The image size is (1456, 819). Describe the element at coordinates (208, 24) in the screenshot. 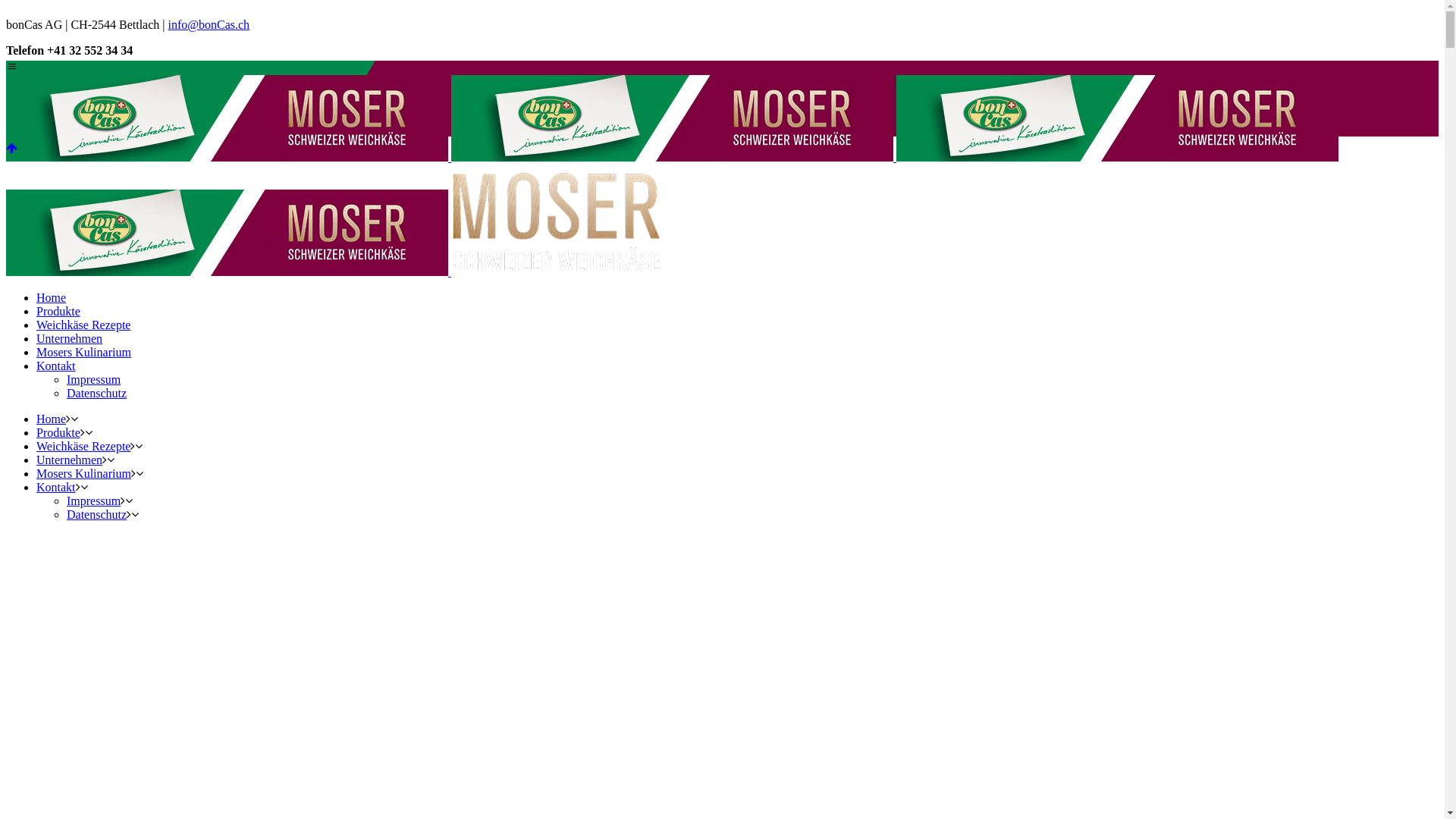

I see `'info@bonCas.ch'` at that location.